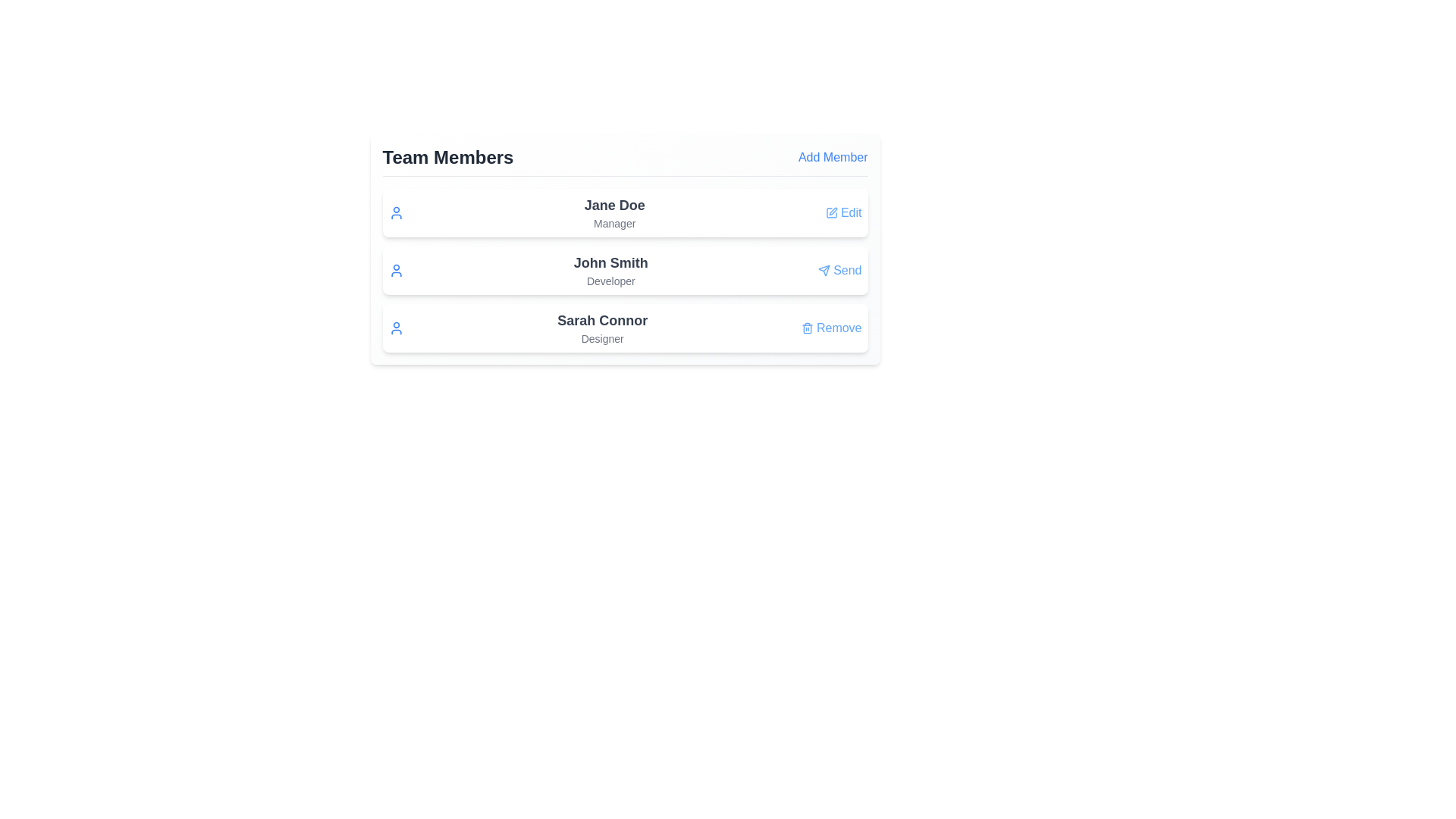  What do you see at coordinates (832, 158) in the screenshot?
I see `the 'Add Member' button to initiate the process of adding a new team member` at bounding box center [832, 158].